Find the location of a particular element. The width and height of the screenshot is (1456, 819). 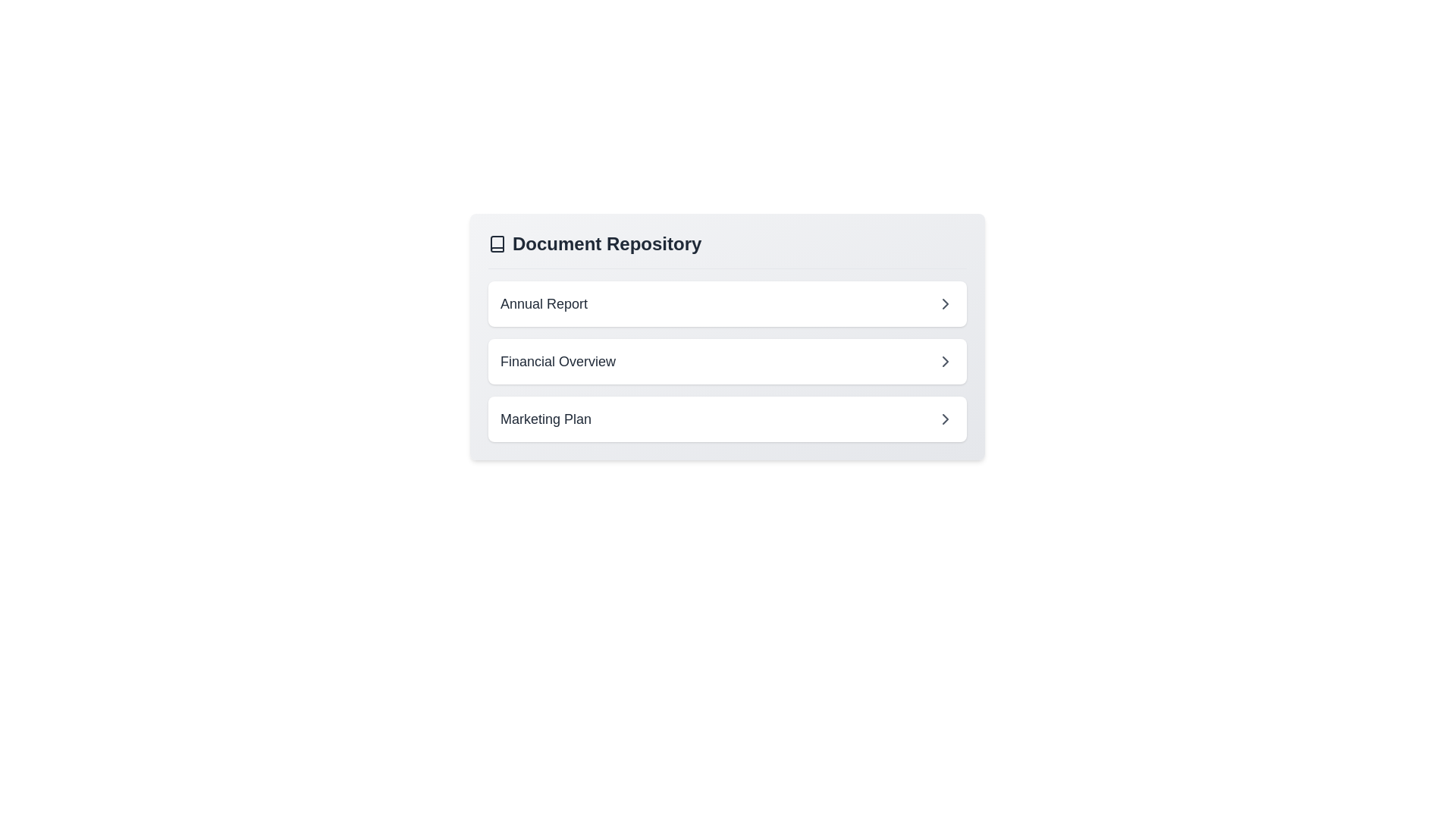

the third navigational list item in the 'Document Repository' category is located at coordinates (726, 419).